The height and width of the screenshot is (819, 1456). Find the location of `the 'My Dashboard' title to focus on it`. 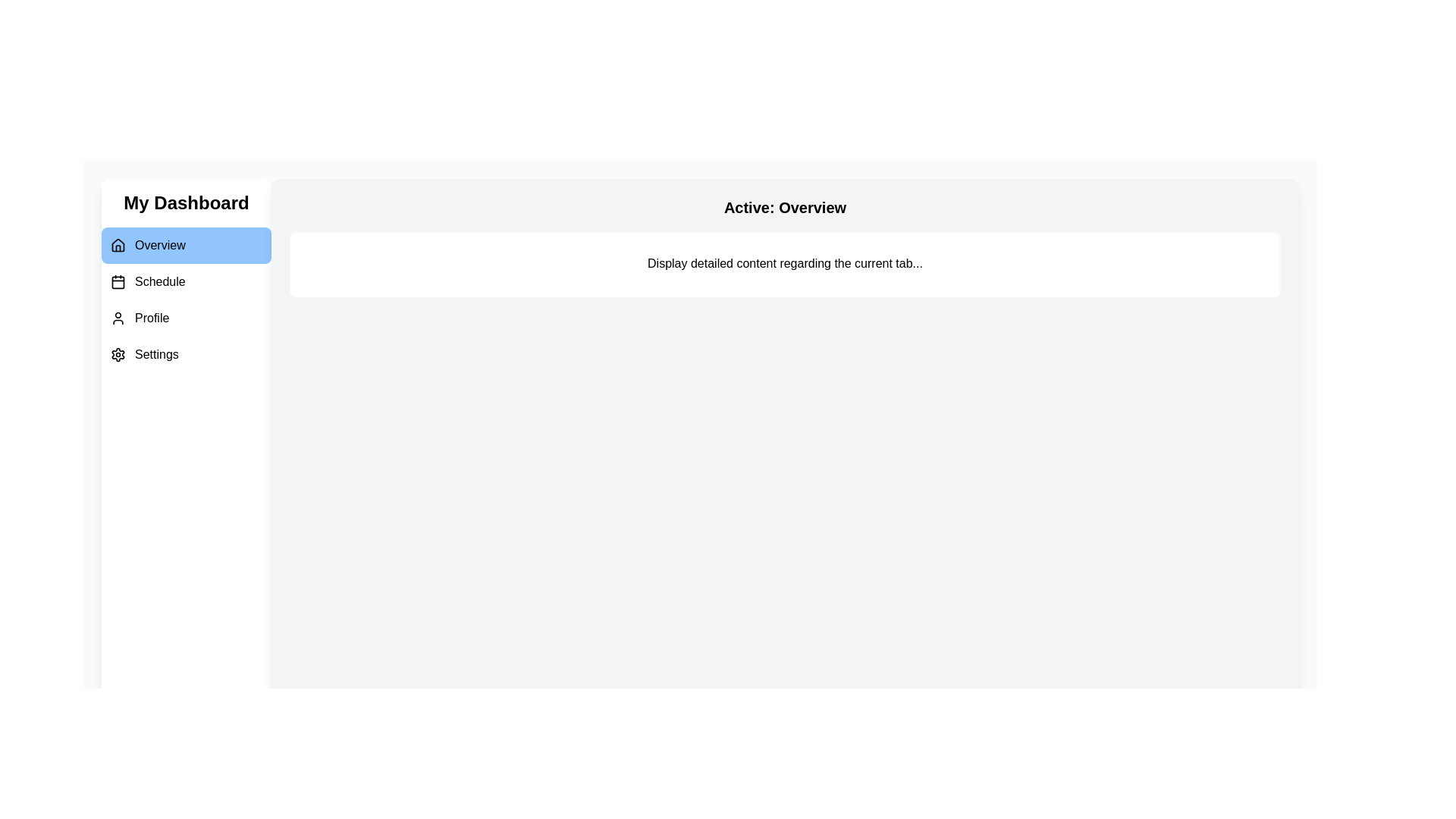

the 'My Dashboard' title to focus on it is located at coordinates (185, 202).